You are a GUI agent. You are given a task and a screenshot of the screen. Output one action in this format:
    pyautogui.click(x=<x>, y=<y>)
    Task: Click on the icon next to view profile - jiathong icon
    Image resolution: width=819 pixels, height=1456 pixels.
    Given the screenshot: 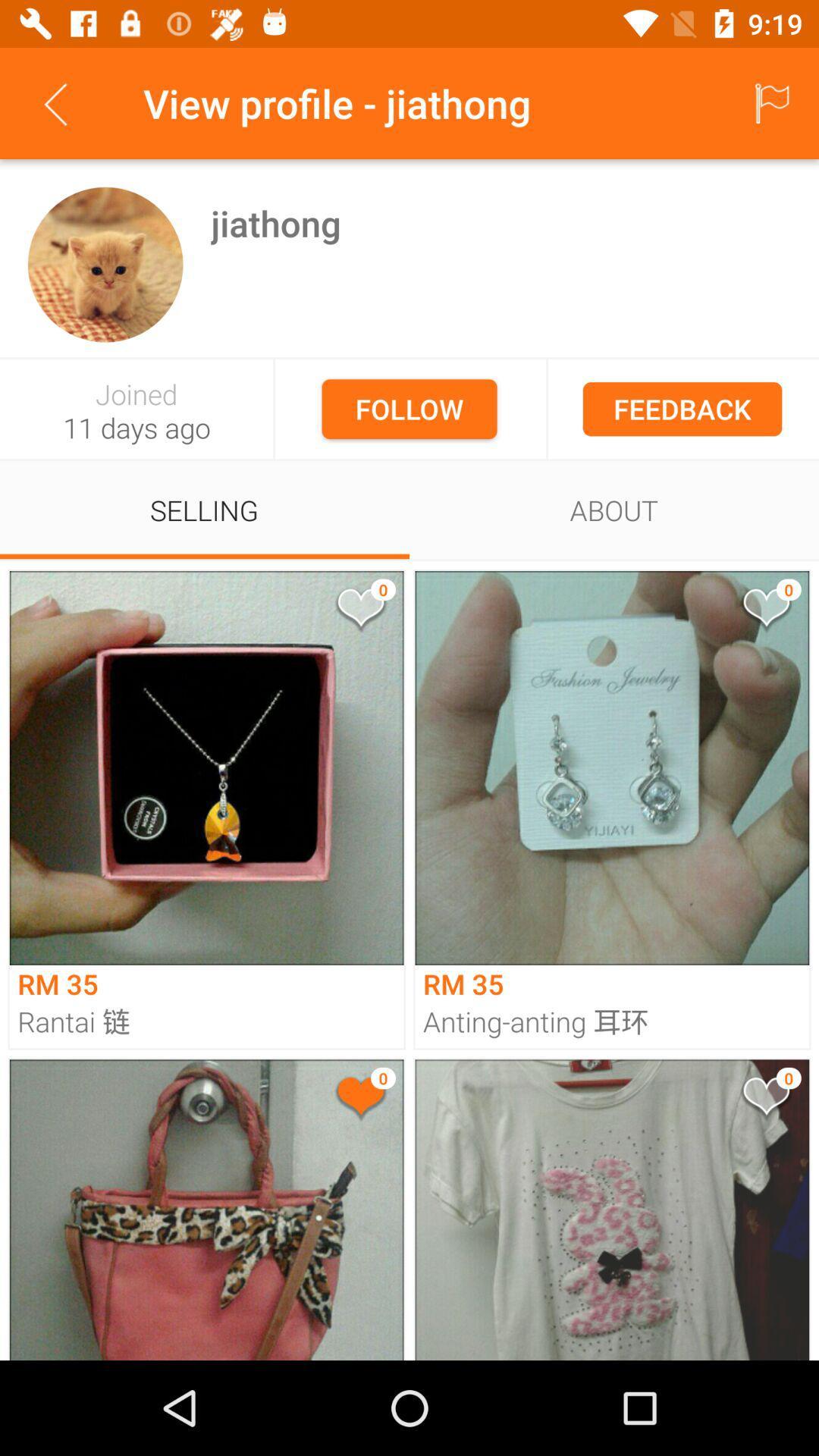 What is the action you would take?
    pyautogui.click(x=55, y=102)
    